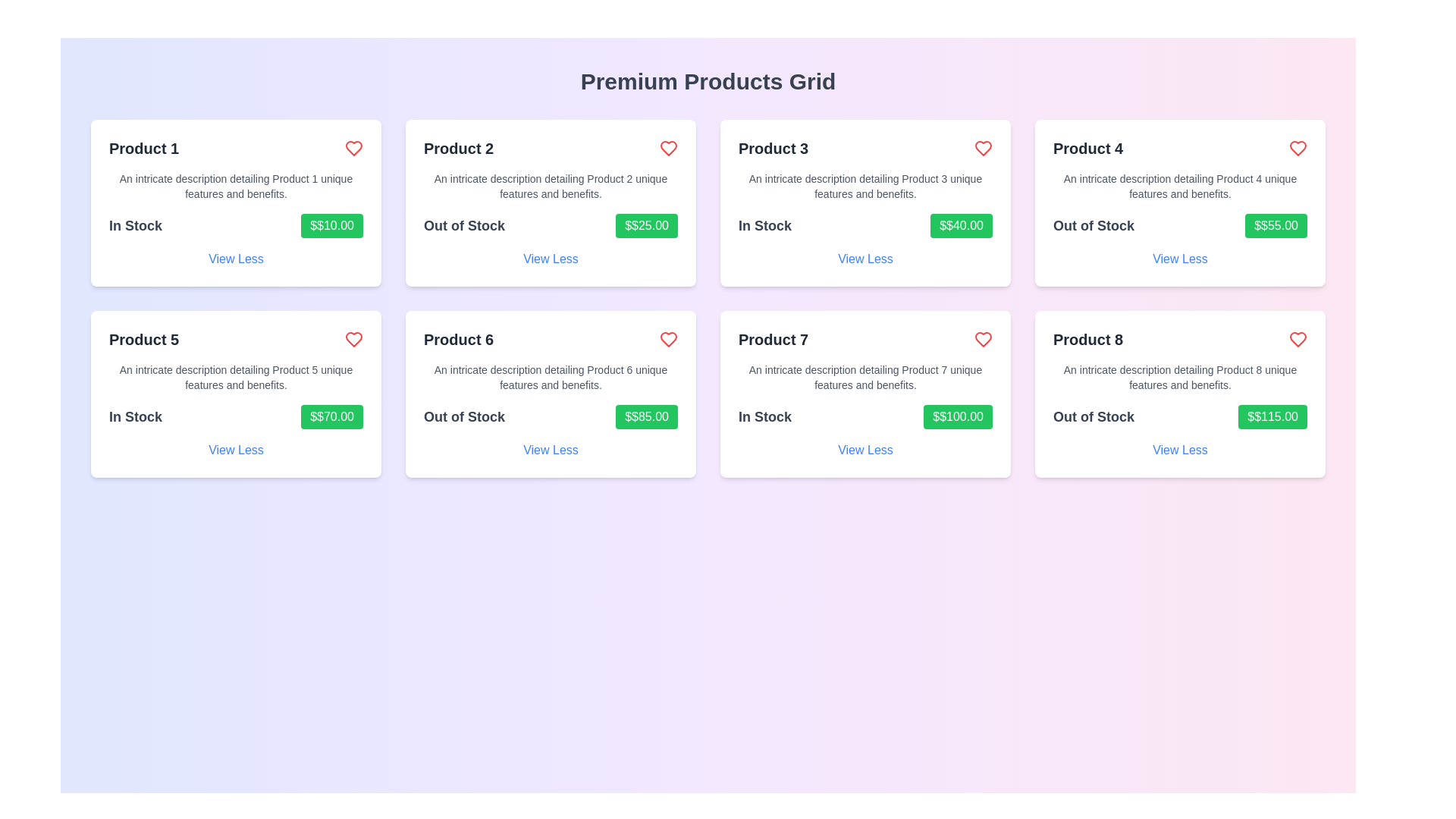 The height and width of the screenshot is (819, 1456). What do you see at coordinates (235, 186) in the screenshot?
I see `text block that provides a detailed description of the features and benefits of 'Product 1', located beneath the title within the product card in the top-left corner of the product grid` at bounding box center [235, 186].